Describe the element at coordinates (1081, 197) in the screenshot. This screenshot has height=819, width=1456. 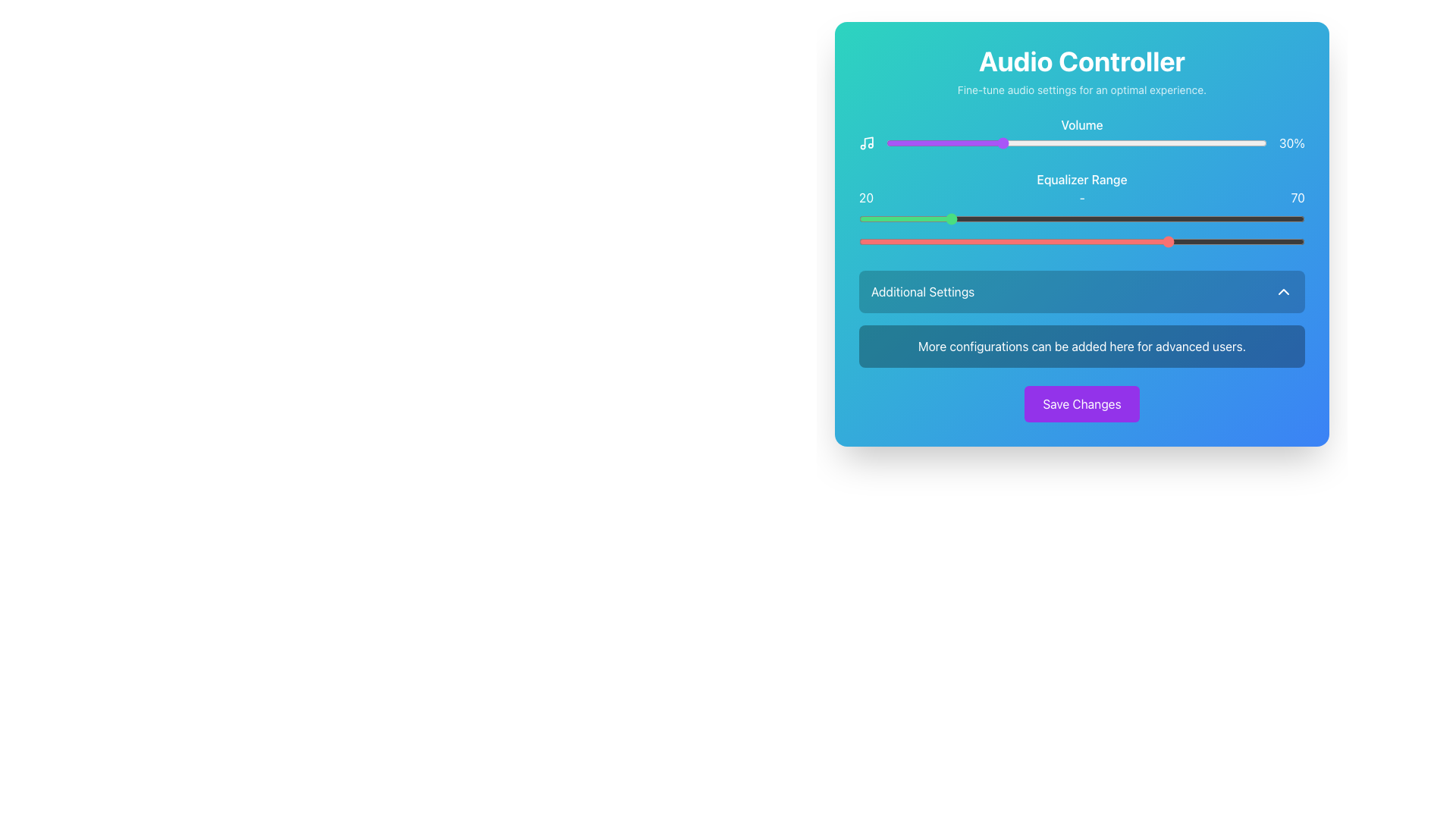
I see `the Text Label element displaying '20-70', which is centrally positioned above the two slider controls in the Equalizer Range group` at that location.